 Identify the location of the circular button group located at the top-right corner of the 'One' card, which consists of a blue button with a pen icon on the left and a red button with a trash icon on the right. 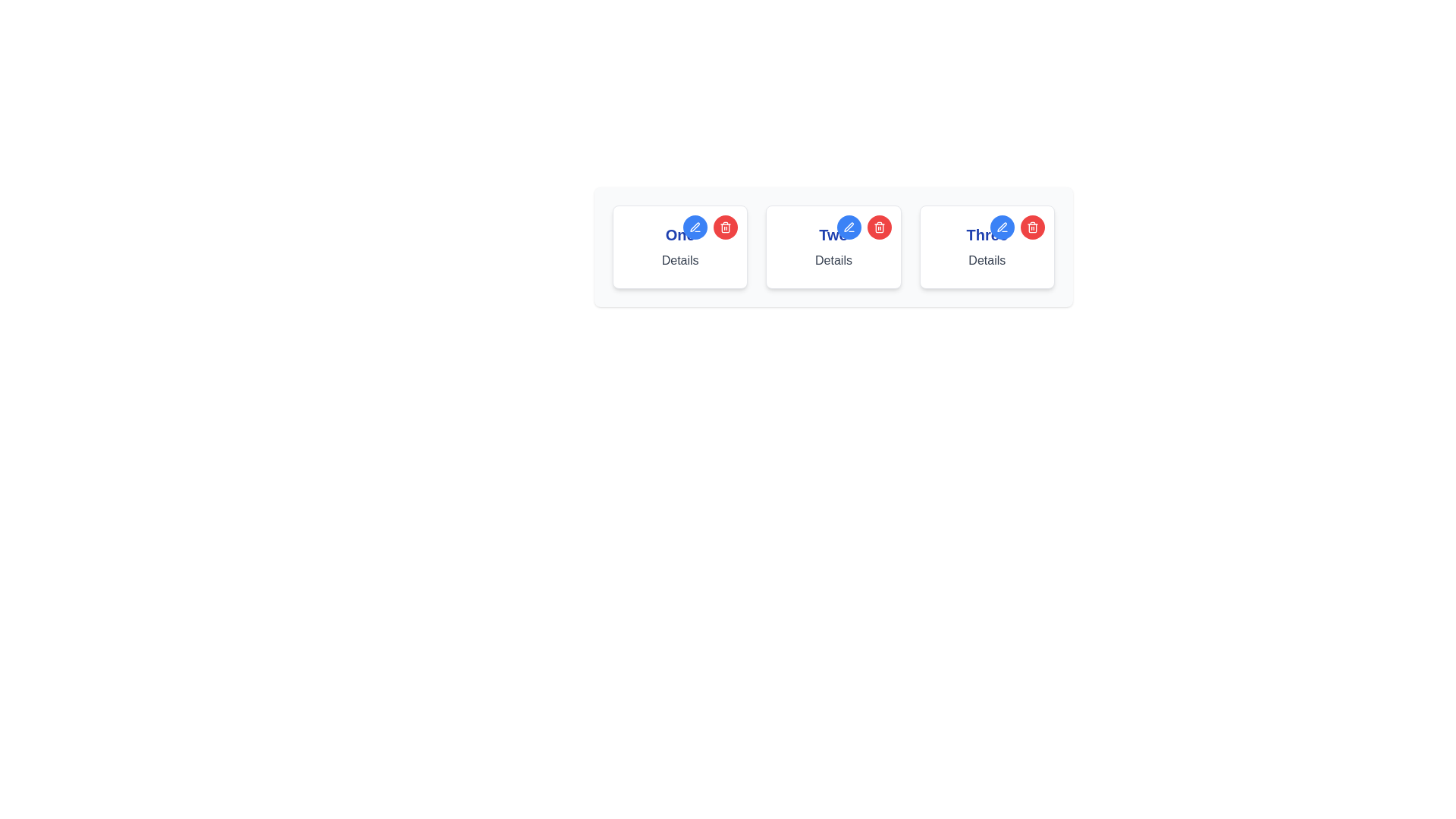
(710, 227).